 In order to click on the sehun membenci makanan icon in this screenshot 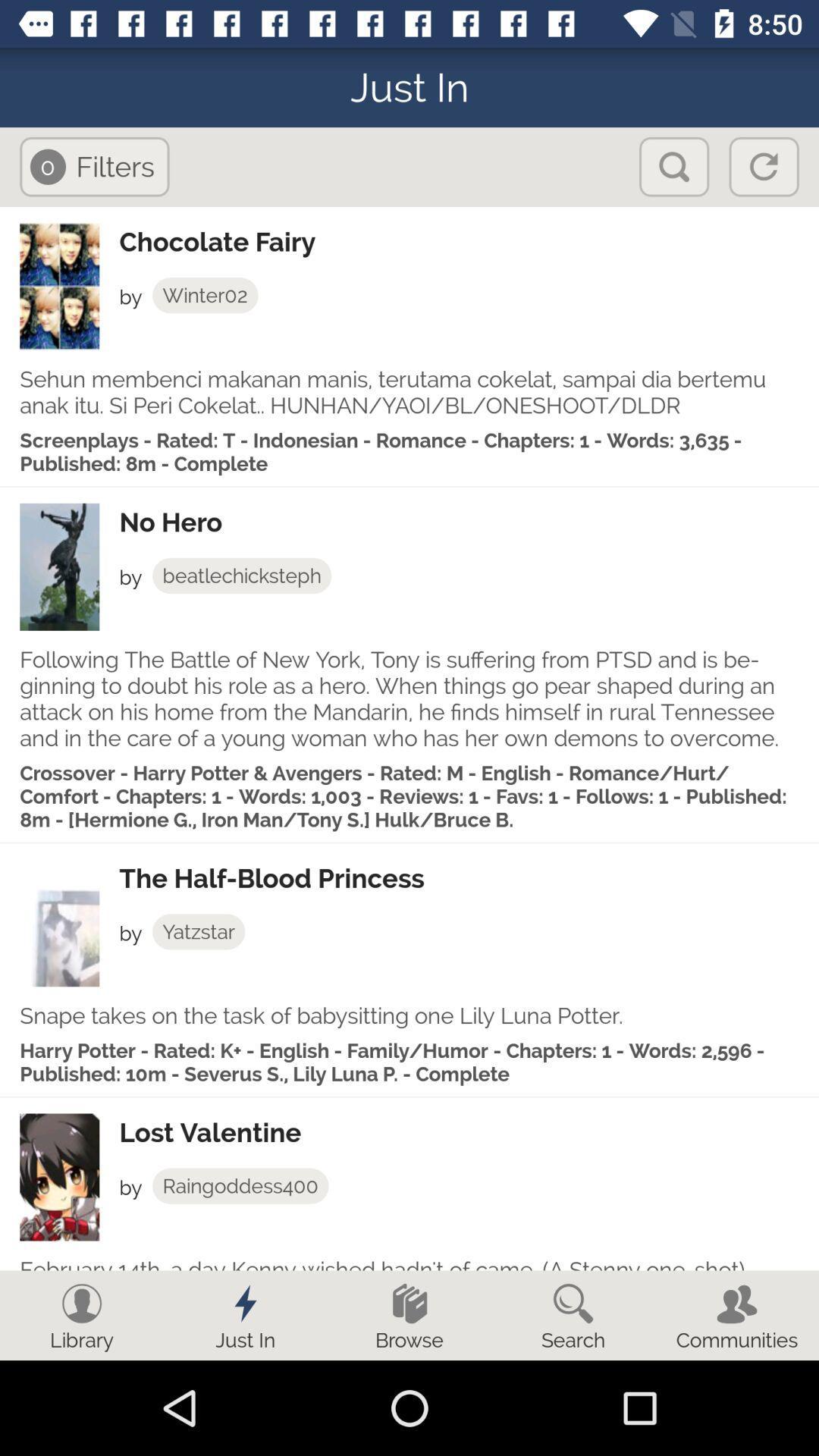, I will do `click(409, 392)`.